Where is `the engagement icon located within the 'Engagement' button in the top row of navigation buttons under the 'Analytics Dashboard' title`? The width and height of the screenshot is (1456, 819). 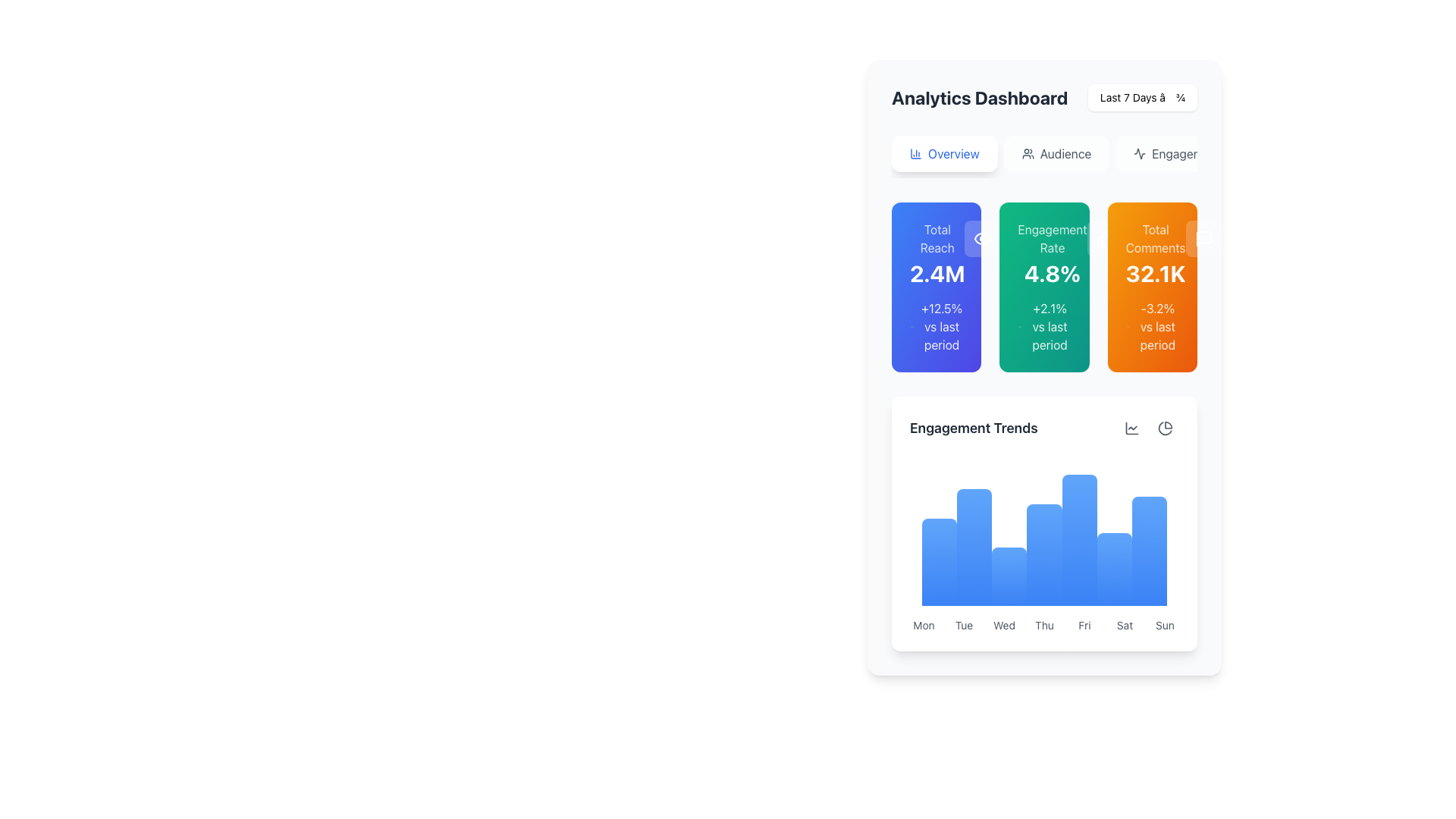 the engagement icon located within the 'Engagement' button in the top row of navigation buttons under the 'Analytics Dashboard' title is located at coordinates (1140, 154).